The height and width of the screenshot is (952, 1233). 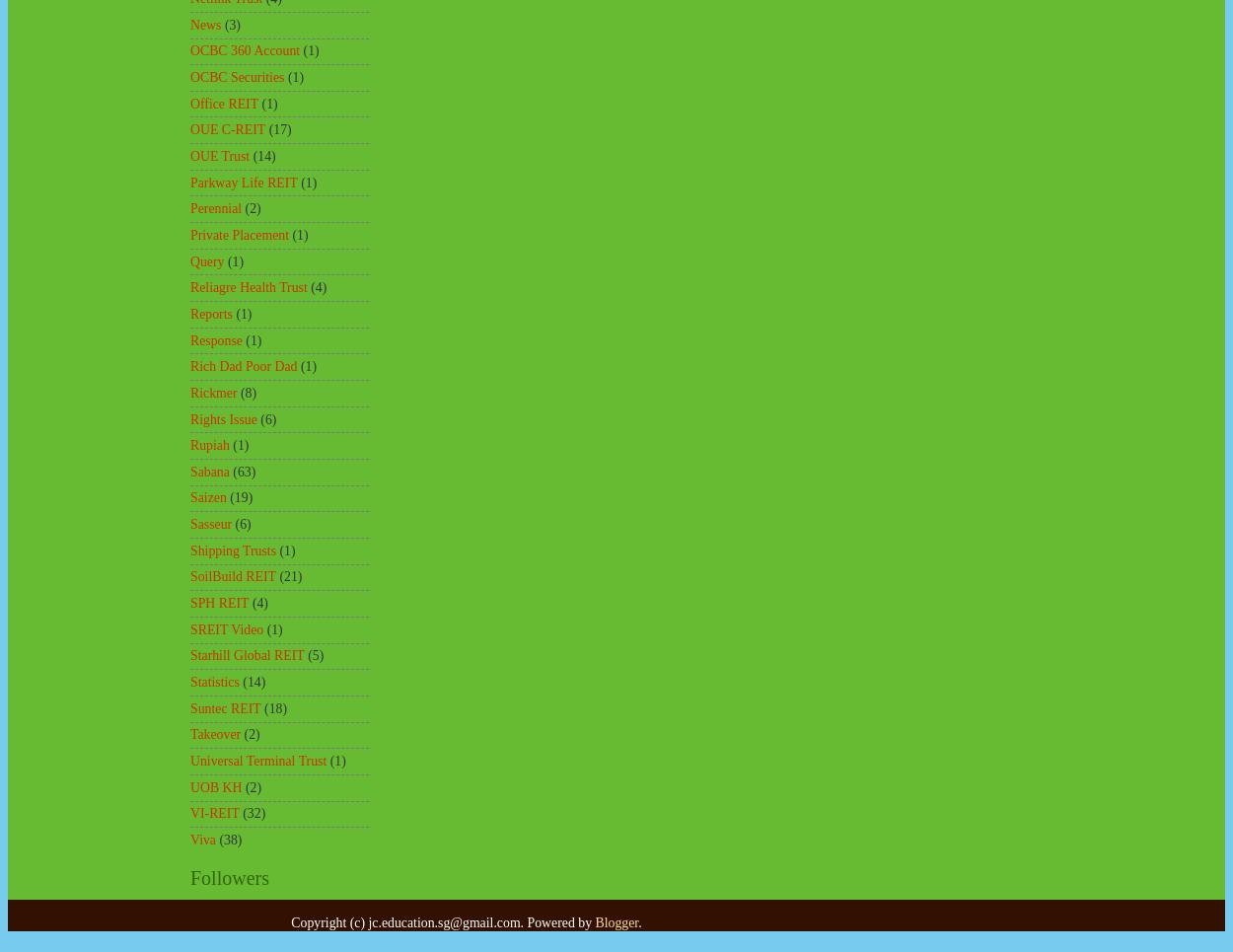 I want to click on 'Parkway Life REIT', so click(x=243, y=181).